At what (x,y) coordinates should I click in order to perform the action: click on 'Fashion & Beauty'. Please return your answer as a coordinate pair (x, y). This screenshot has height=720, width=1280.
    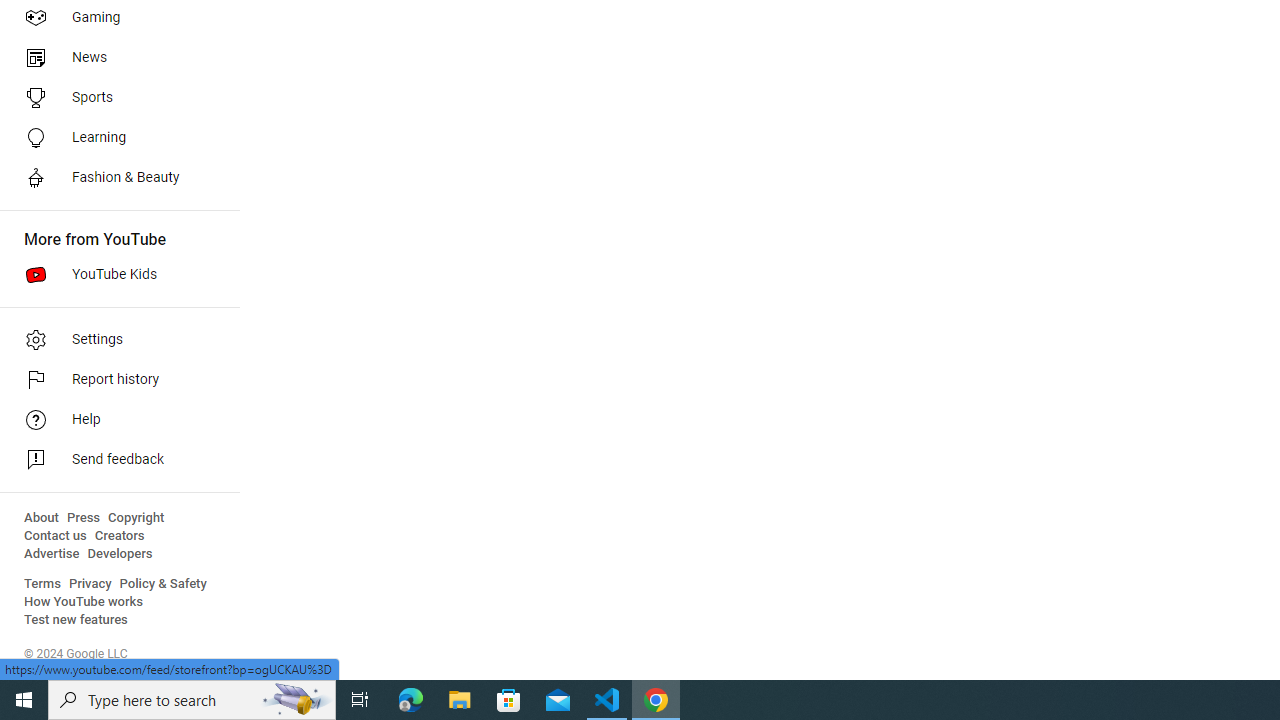
    Looking at the image, I should click on (112, 176).